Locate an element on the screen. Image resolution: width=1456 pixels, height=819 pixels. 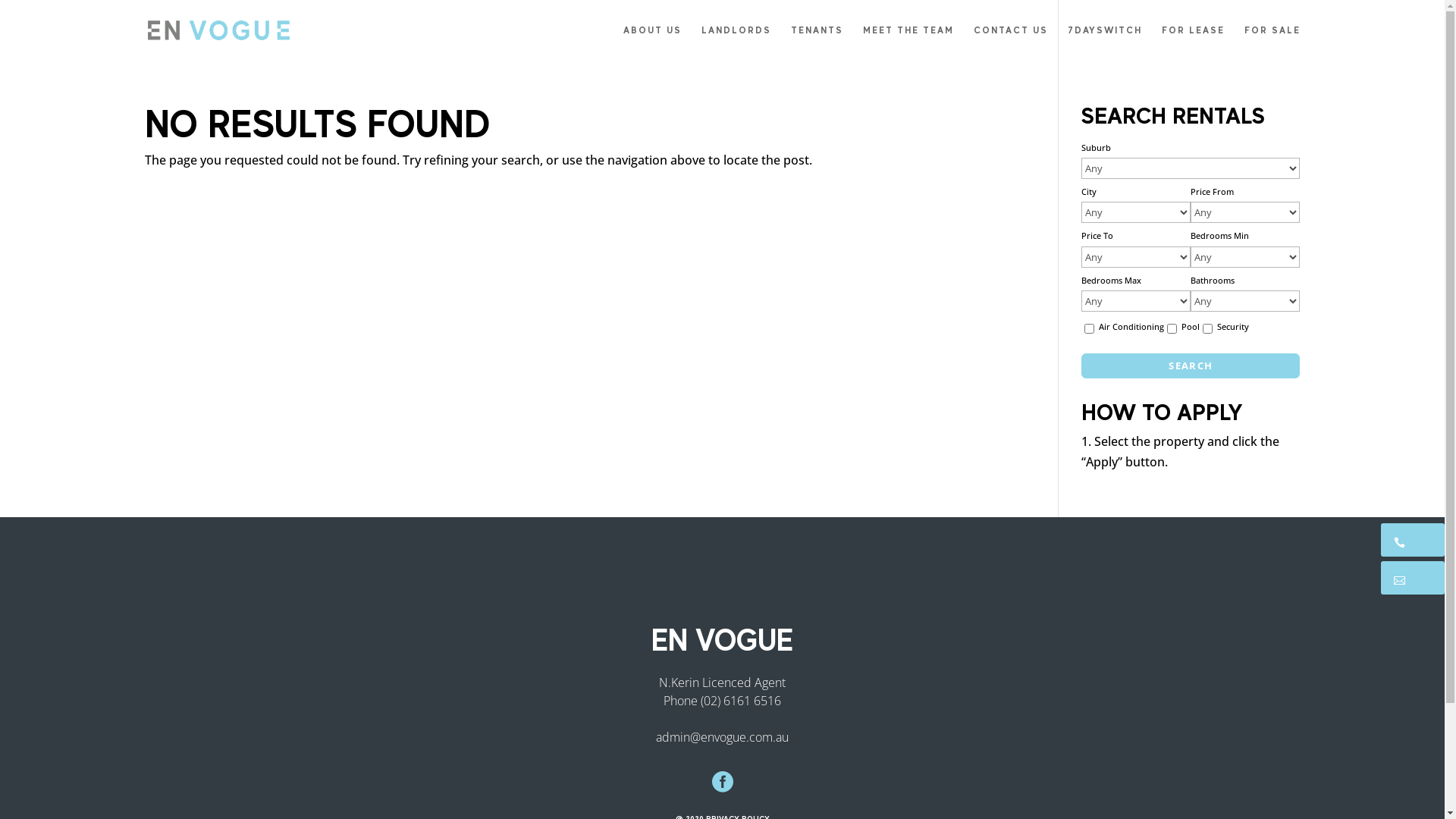
'ABOUT US' is located at coordinates (652, 42).